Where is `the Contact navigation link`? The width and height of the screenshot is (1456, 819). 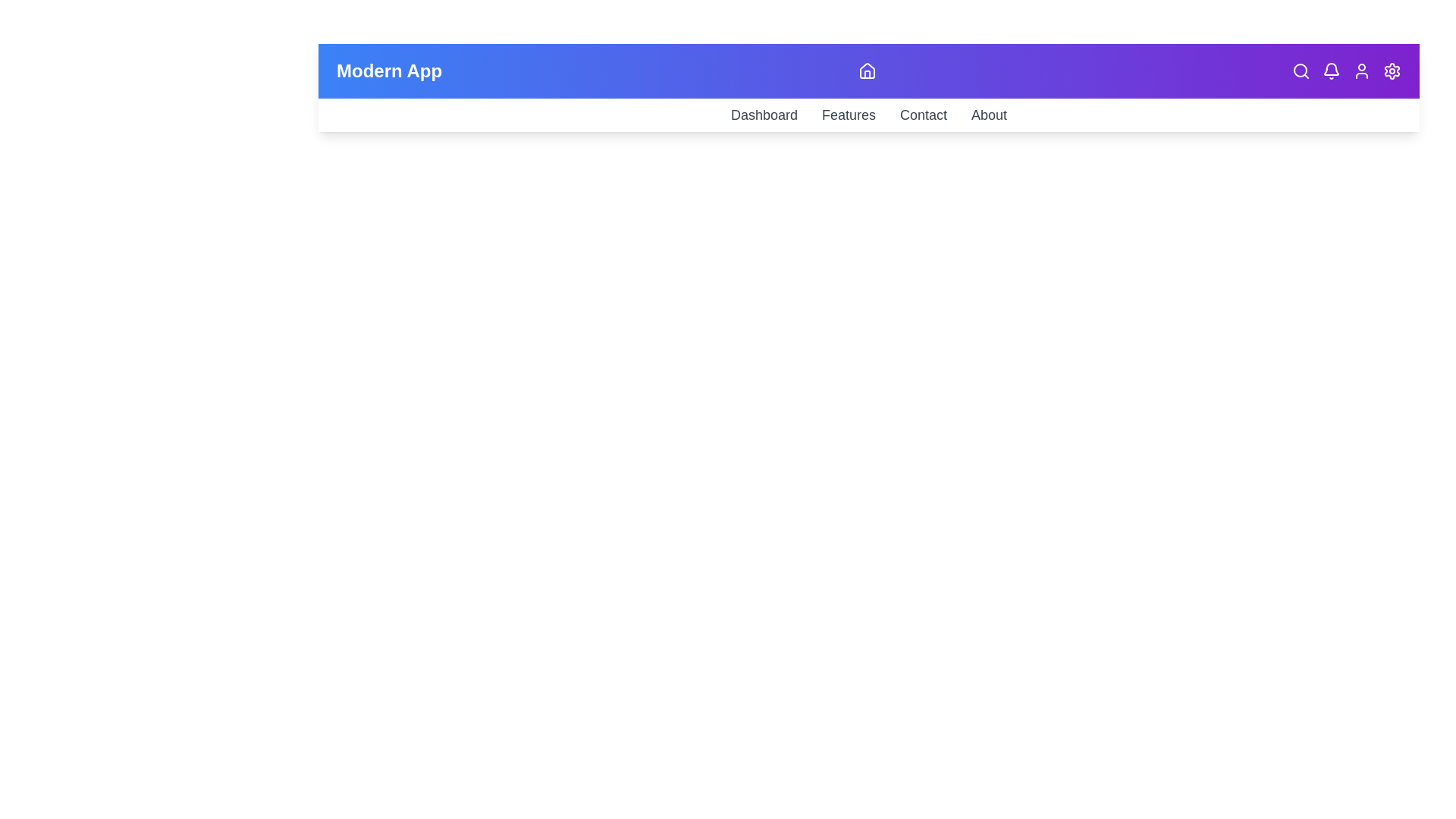 the Contact navigation link is located at coordinates (923, 114).